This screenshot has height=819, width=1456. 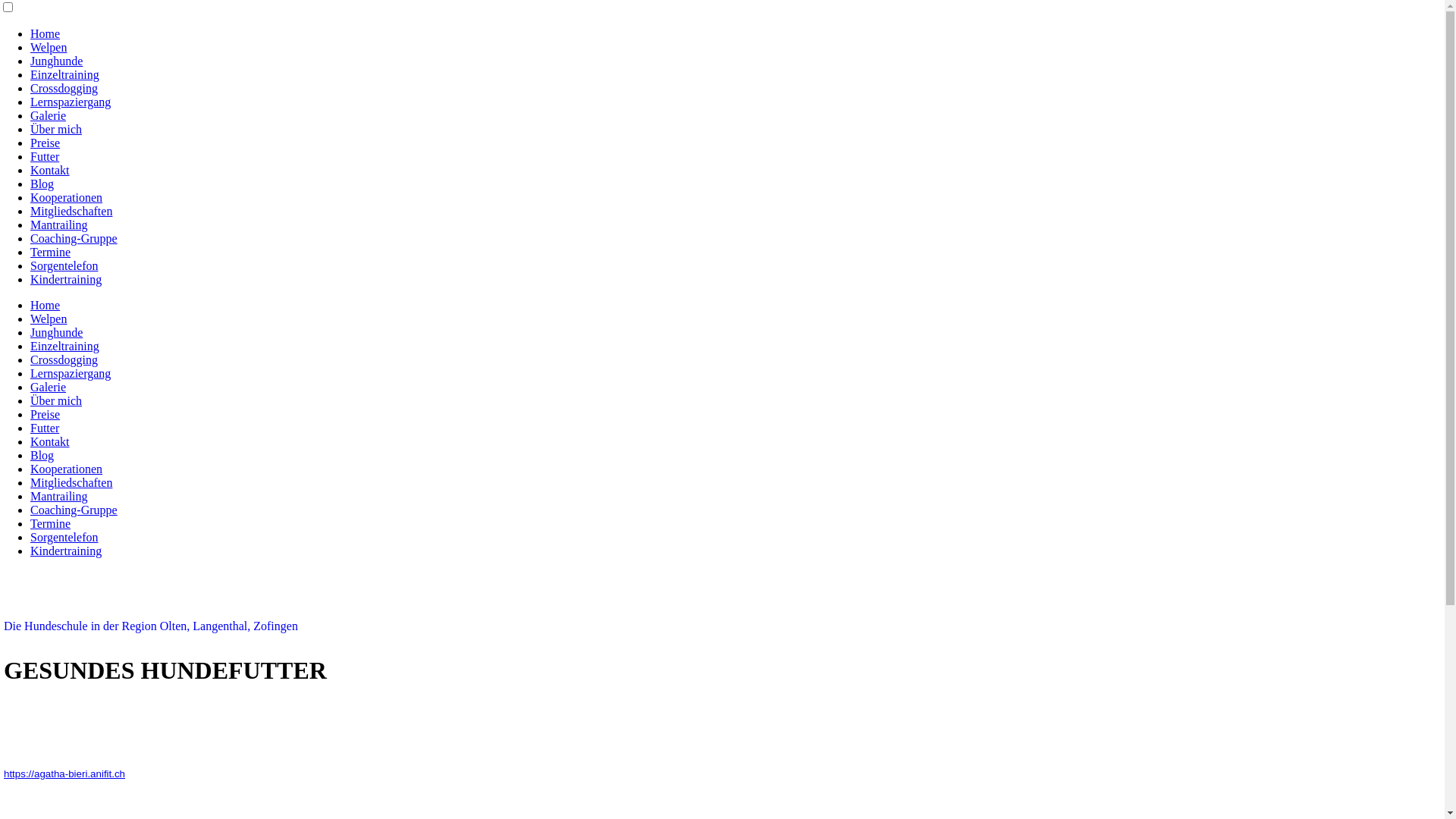 I want to click on 'Welpen', so click(x=48, y=318).